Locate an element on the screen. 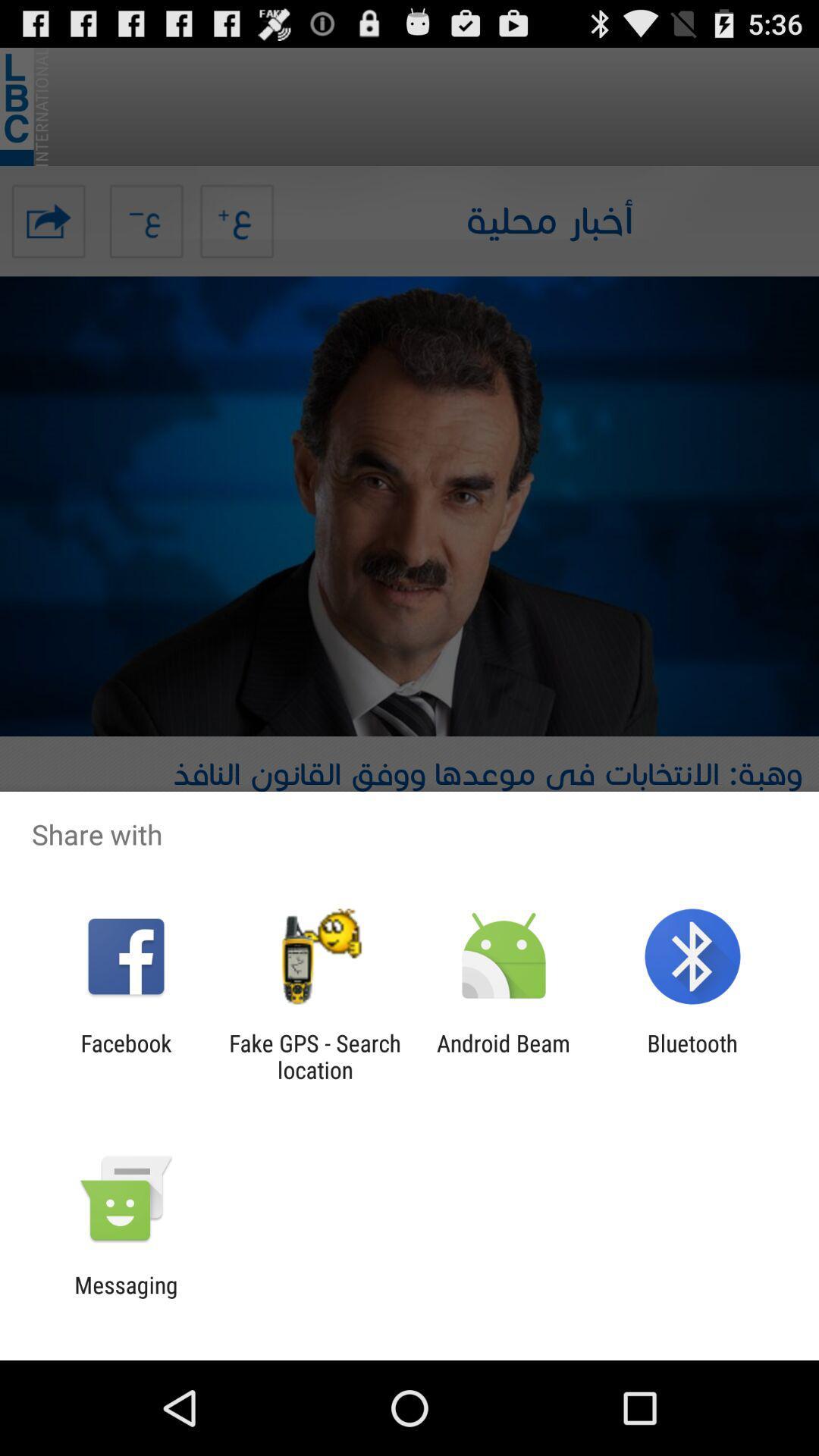  the item next to android beam item is located at coordinates (692, 1056).